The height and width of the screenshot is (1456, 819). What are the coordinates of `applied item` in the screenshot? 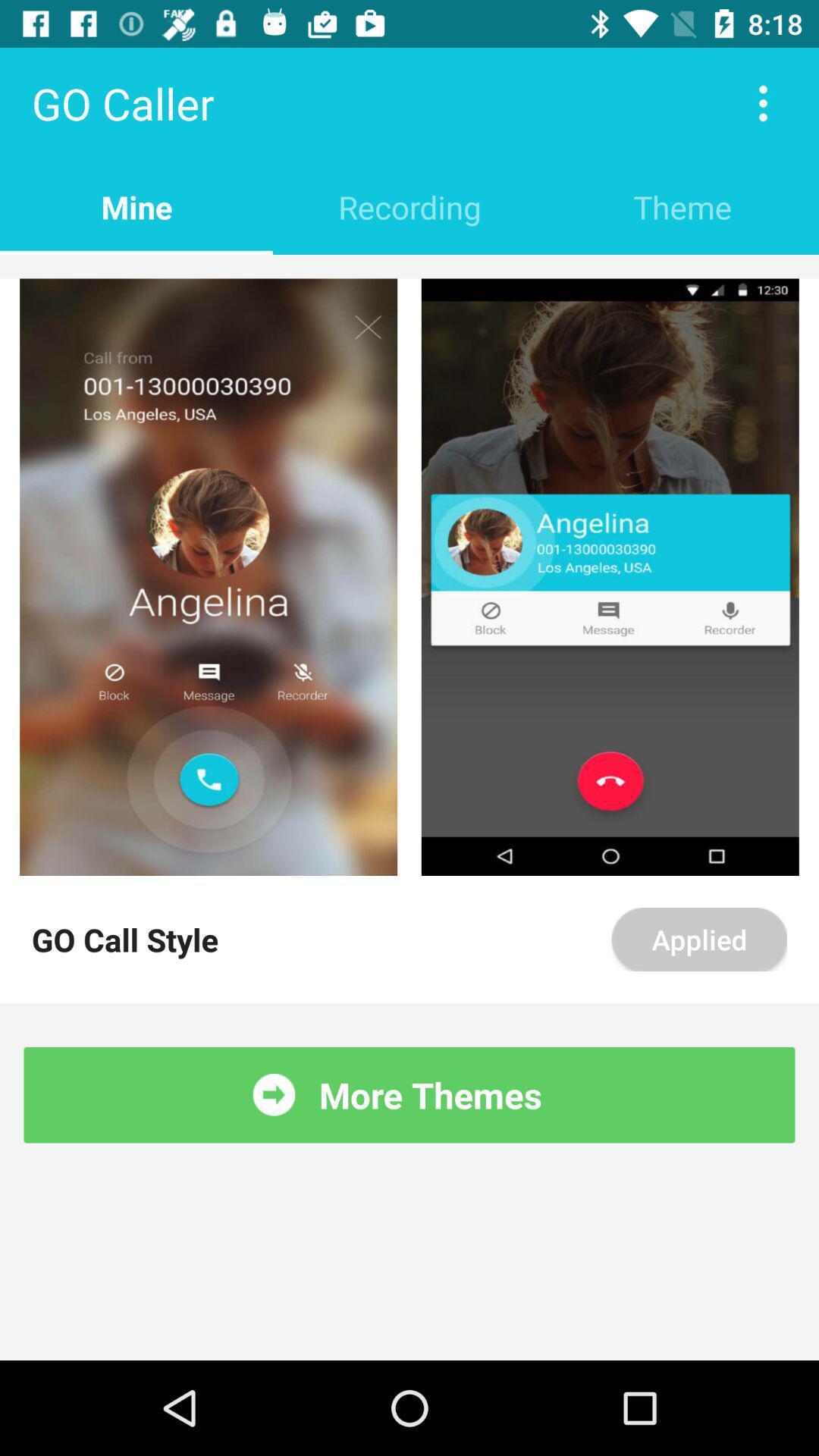 It's located at (699, 938).